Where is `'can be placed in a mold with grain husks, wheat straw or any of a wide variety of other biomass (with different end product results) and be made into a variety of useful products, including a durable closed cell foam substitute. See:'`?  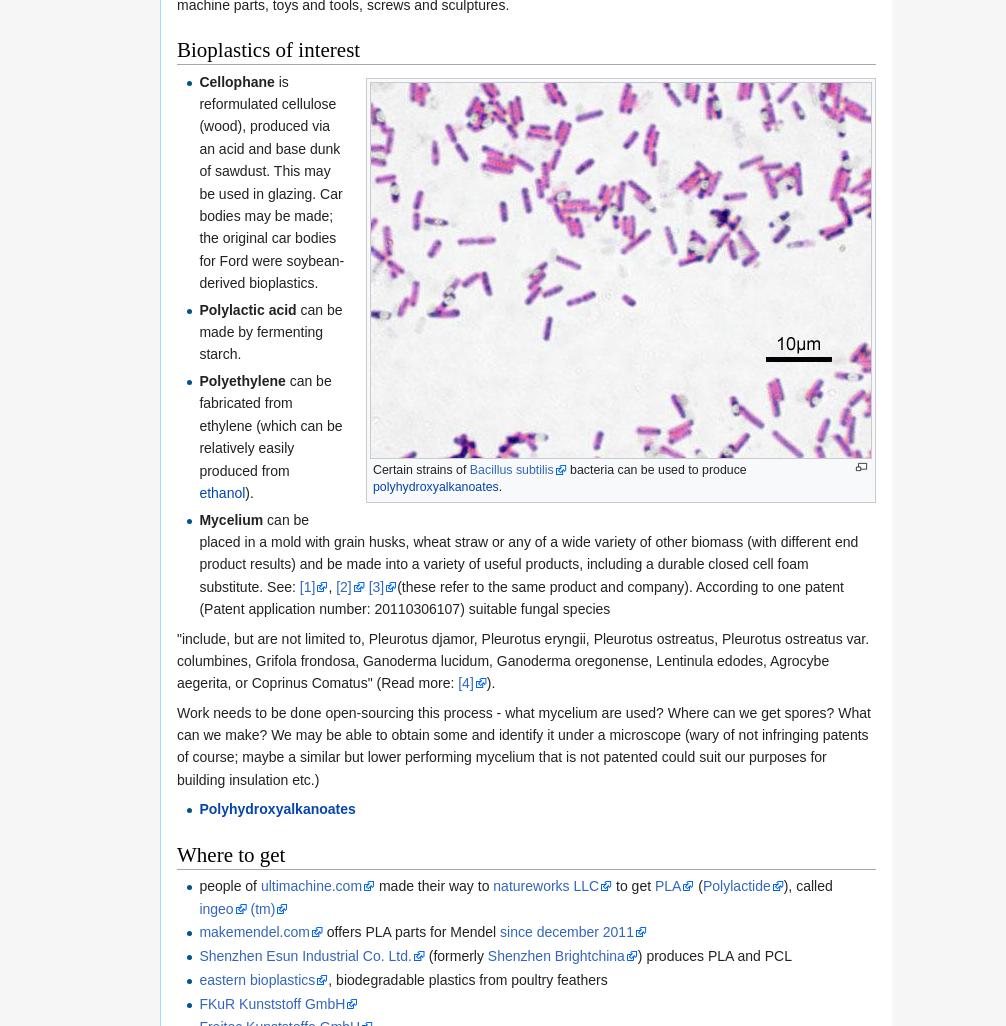 'can be placed in a mold with grain husks, wheat straw or any of a wide variety of other biomass (with different end product results) and be made into a variety of useful products, including a durable closed cell foam substitute. See:' is located at coordinates (528, 552).